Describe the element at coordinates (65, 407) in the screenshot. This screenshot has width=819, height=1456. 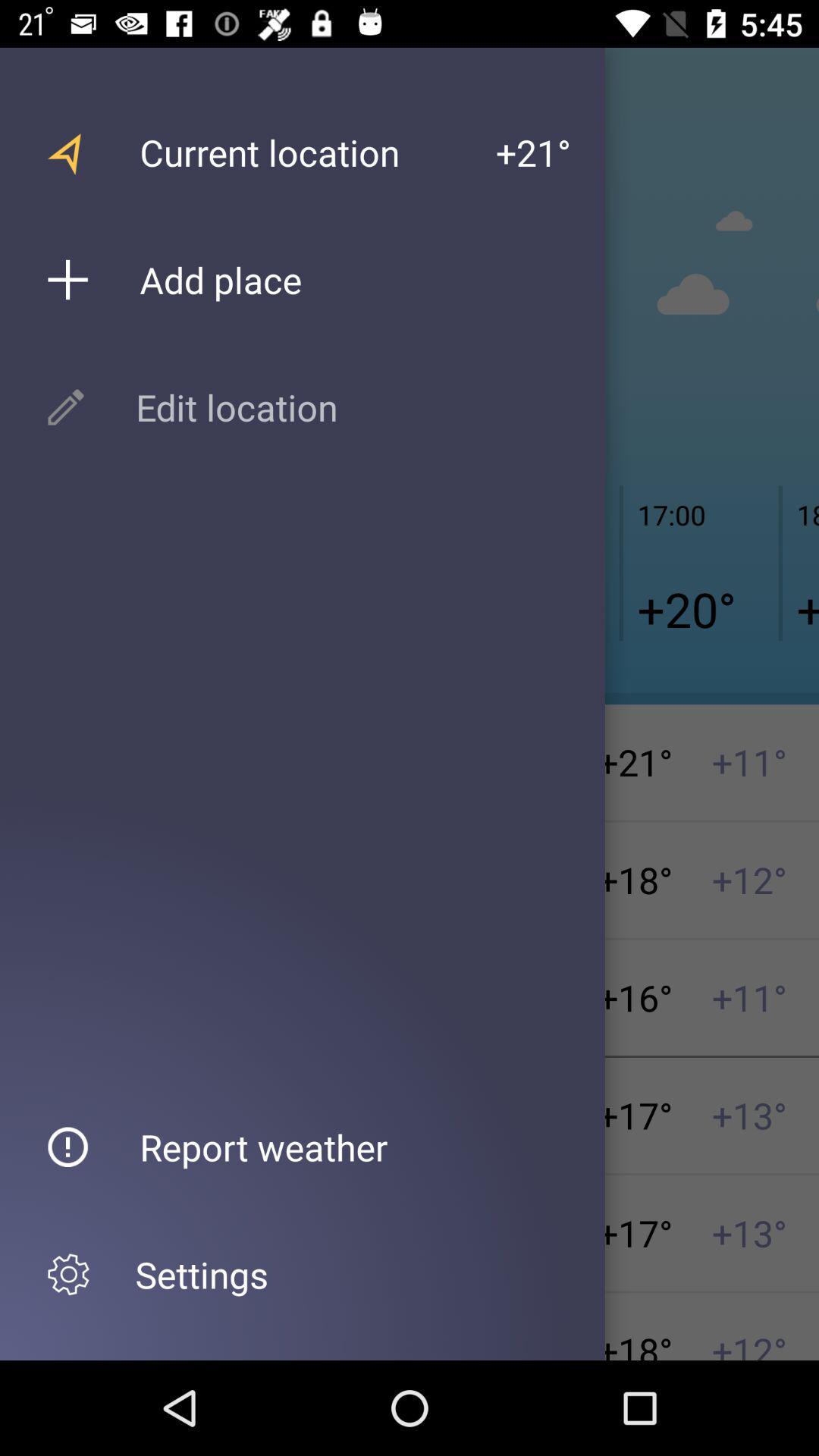
I see `the pen icon` at that location.